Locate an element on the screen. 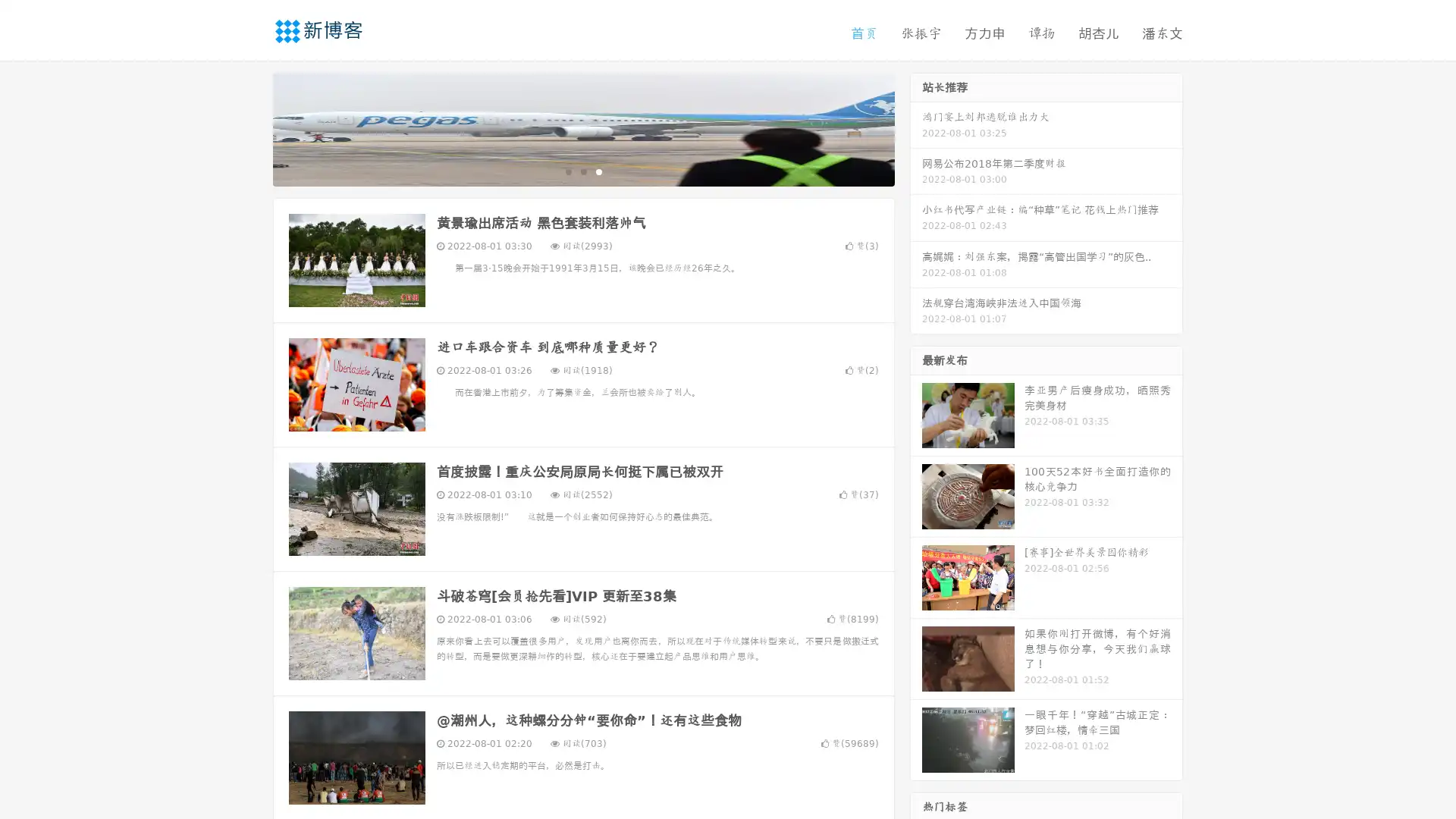 The width and height of the screenshot is (1456, 819). Go to slide 2 is located at coordinates (582, 171).